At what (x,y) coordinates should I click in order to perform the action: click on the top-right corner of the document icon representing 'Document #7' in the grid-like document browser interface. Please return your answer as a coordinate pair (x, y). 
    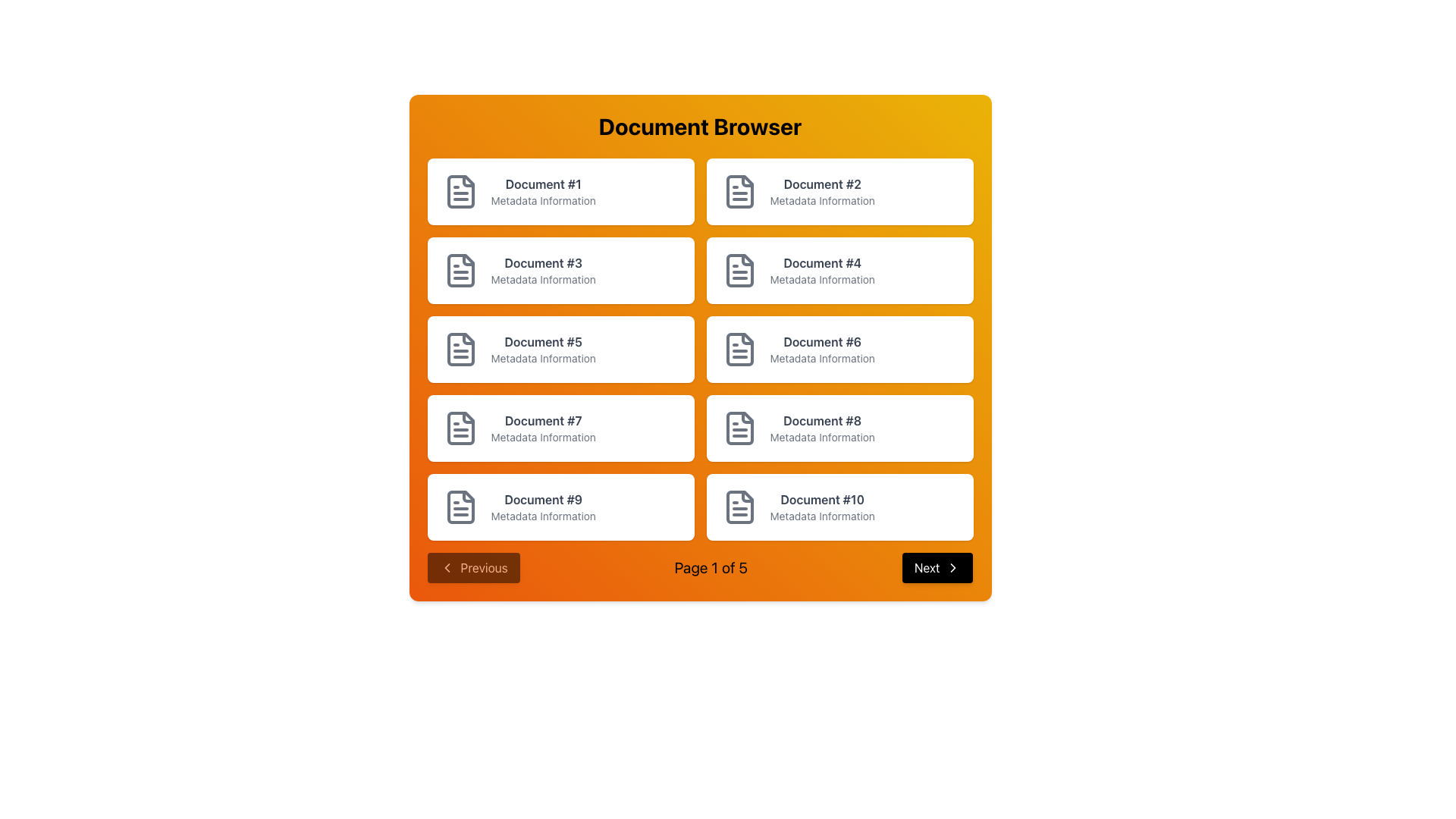
    Looking at the image, I should click on (467, 418).